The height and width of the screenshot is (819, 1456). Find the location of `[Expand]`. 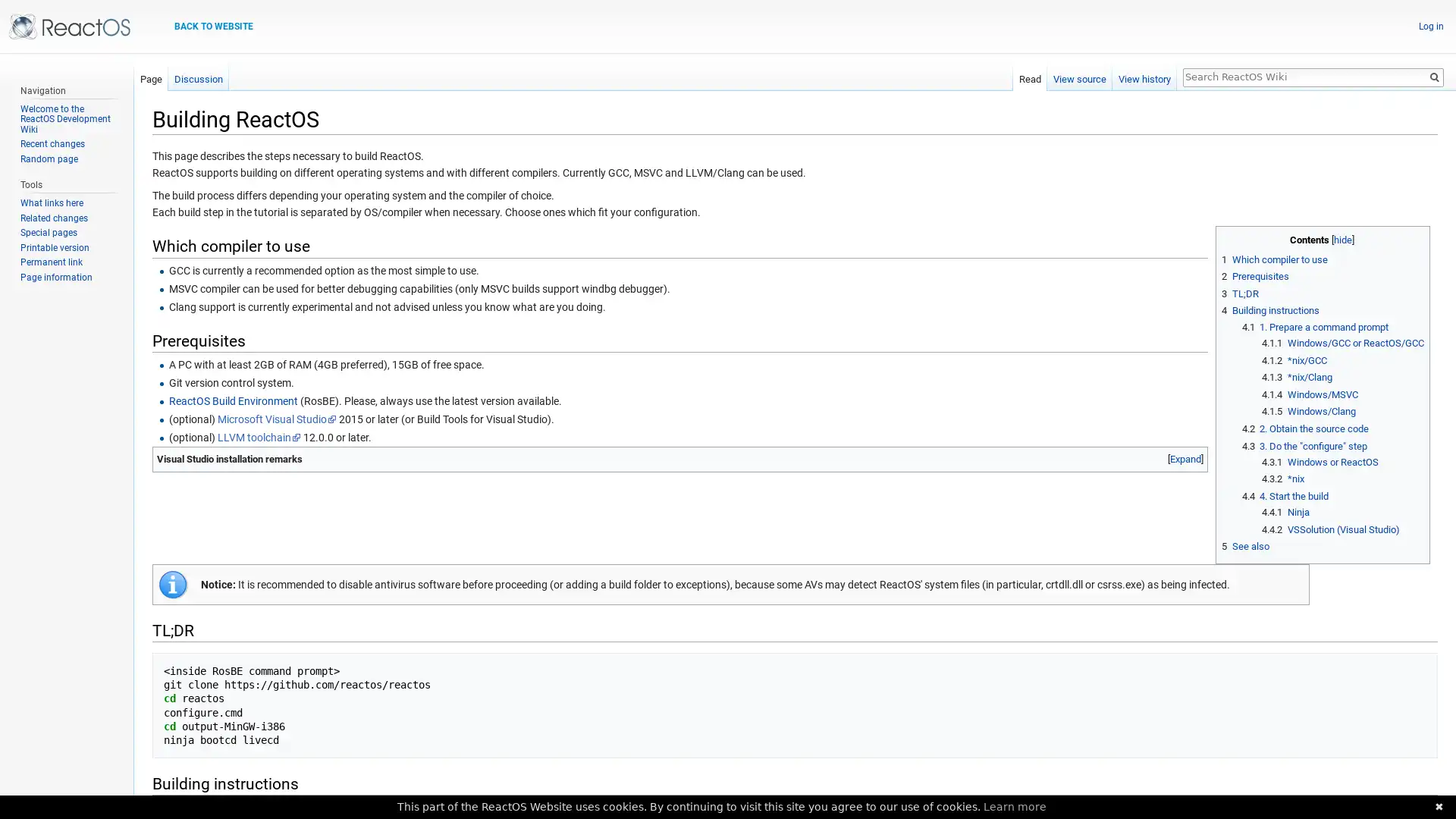

[Expand] is located at coordinates (1185, 458).